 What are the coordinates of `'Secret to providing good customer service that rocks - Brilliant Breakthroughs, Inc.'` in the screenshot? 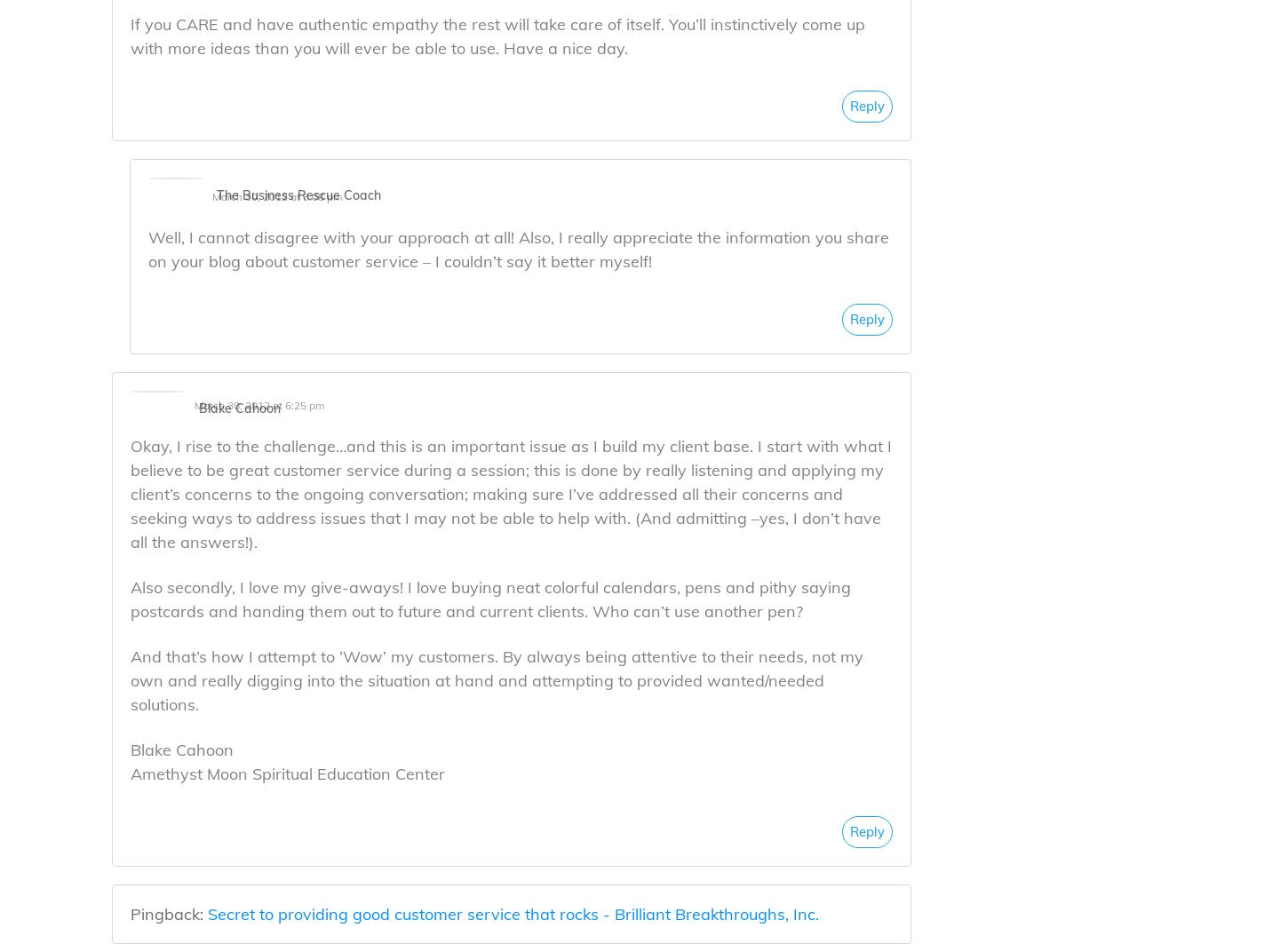 It's located at (513, 912).